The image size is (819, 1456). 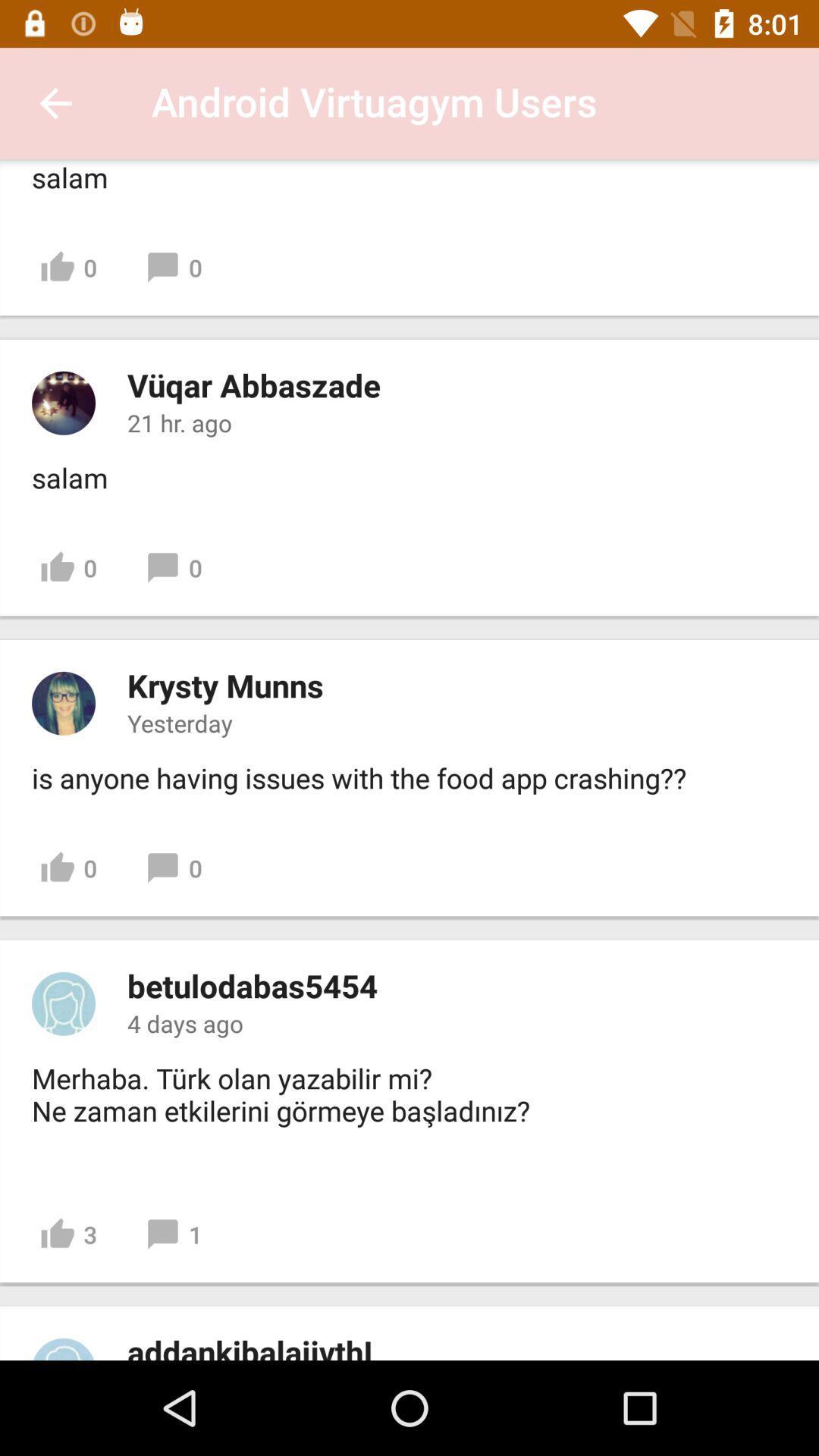 I want to click on the betulodabas5454, so click(x=251, y=985).